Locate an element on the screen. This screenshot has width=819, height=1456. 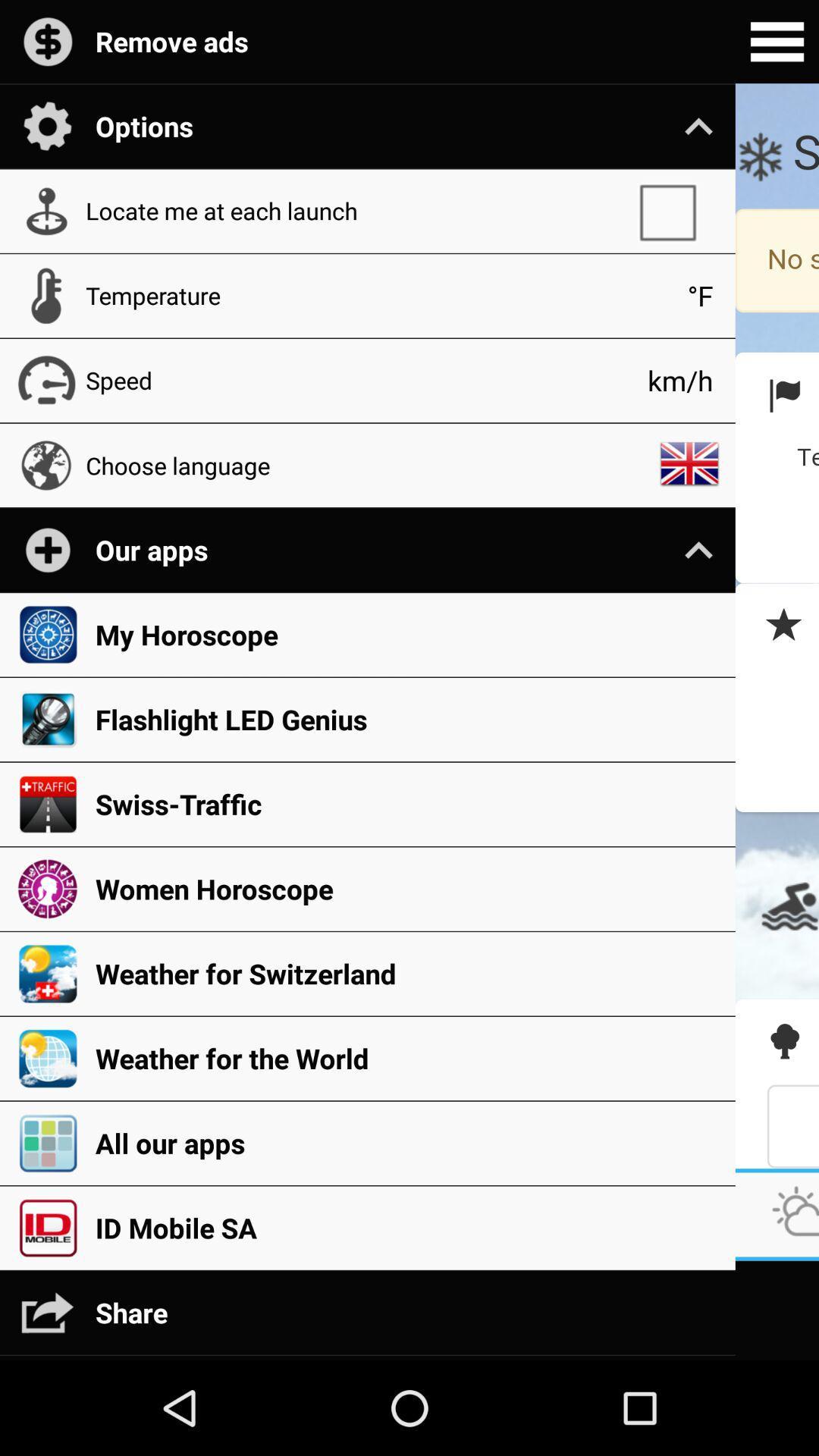
the my horoscope item is located at coordinates (406, 634).